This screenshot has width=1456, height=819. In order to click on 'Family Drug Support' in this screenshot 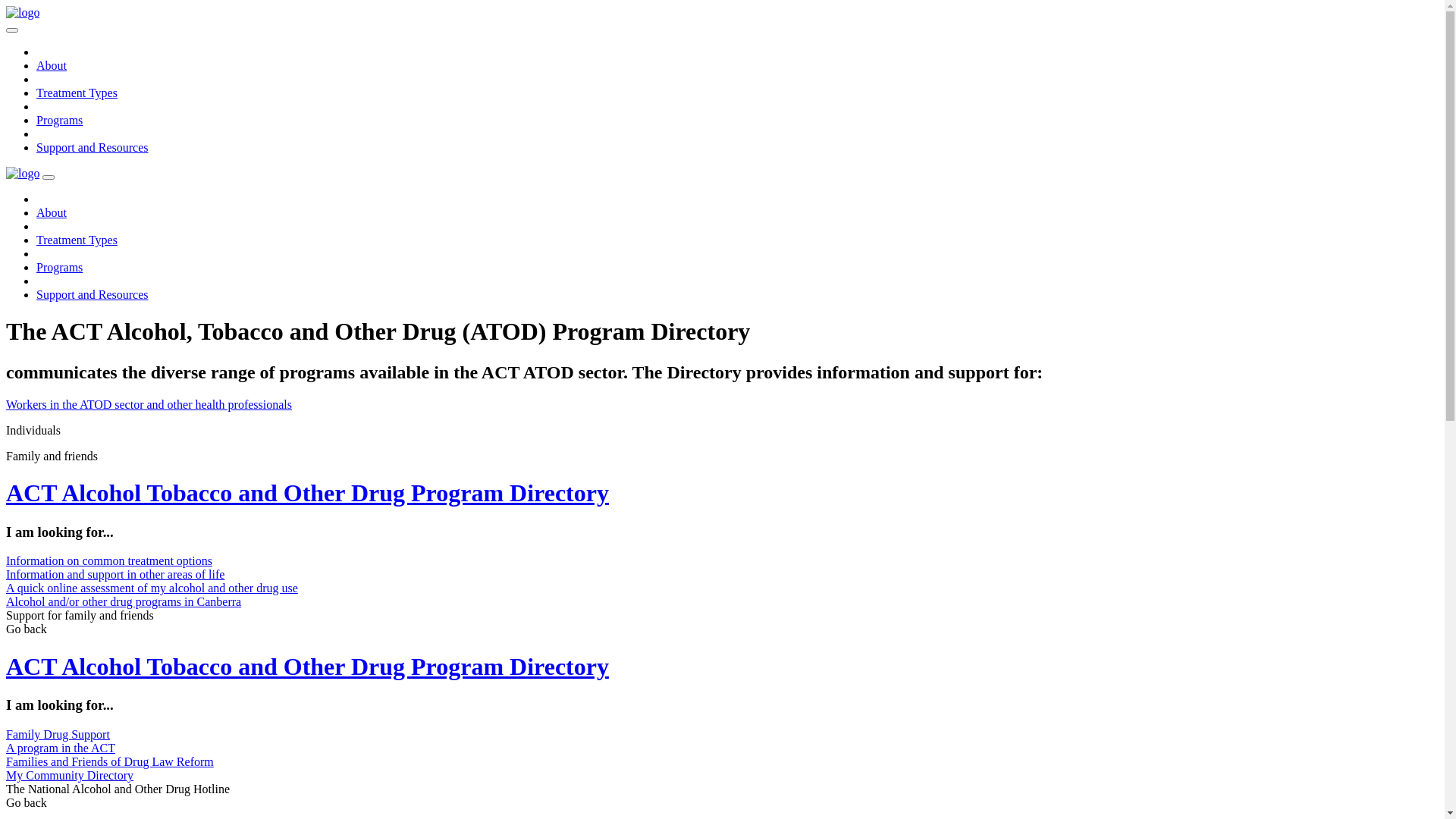, I will do `click(58, 733)`.